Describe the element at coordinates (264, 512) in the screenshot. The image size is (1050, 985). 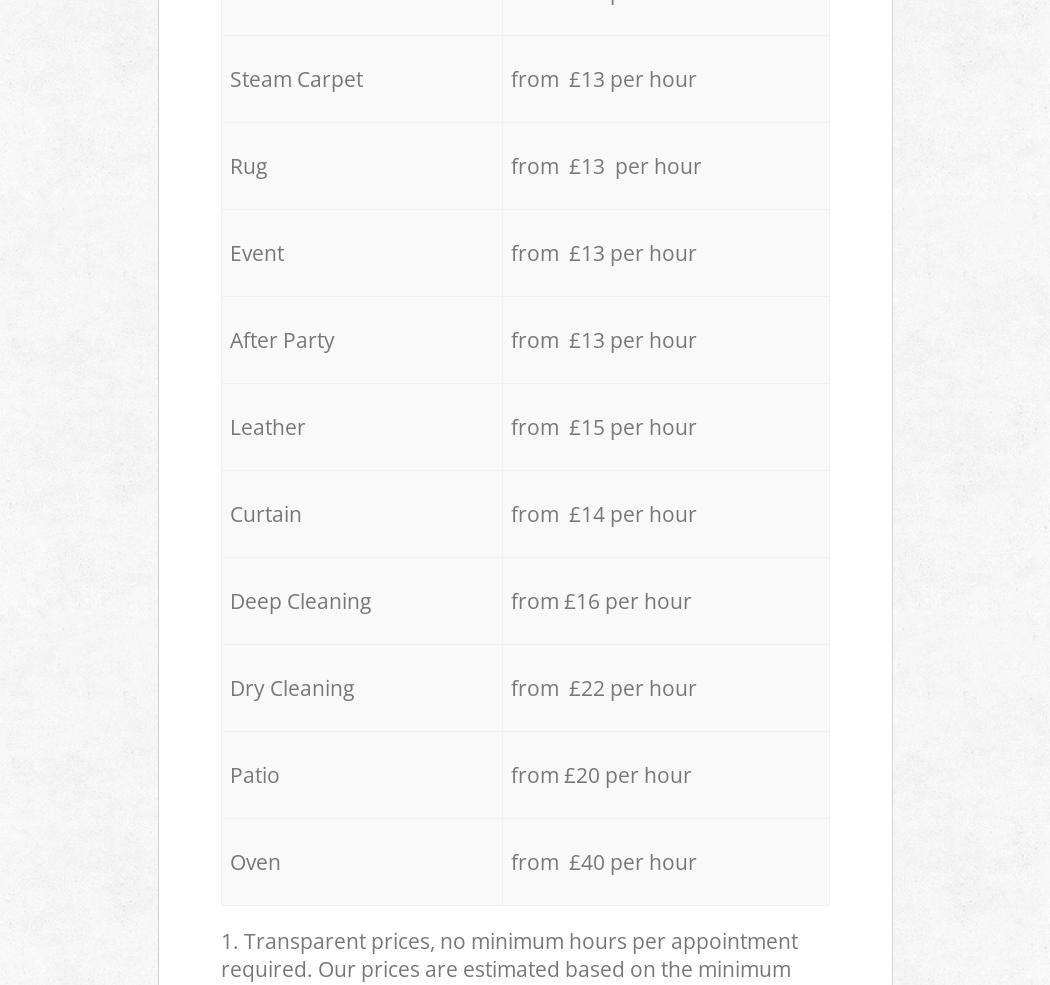
I see `'Curtain'` at that location.